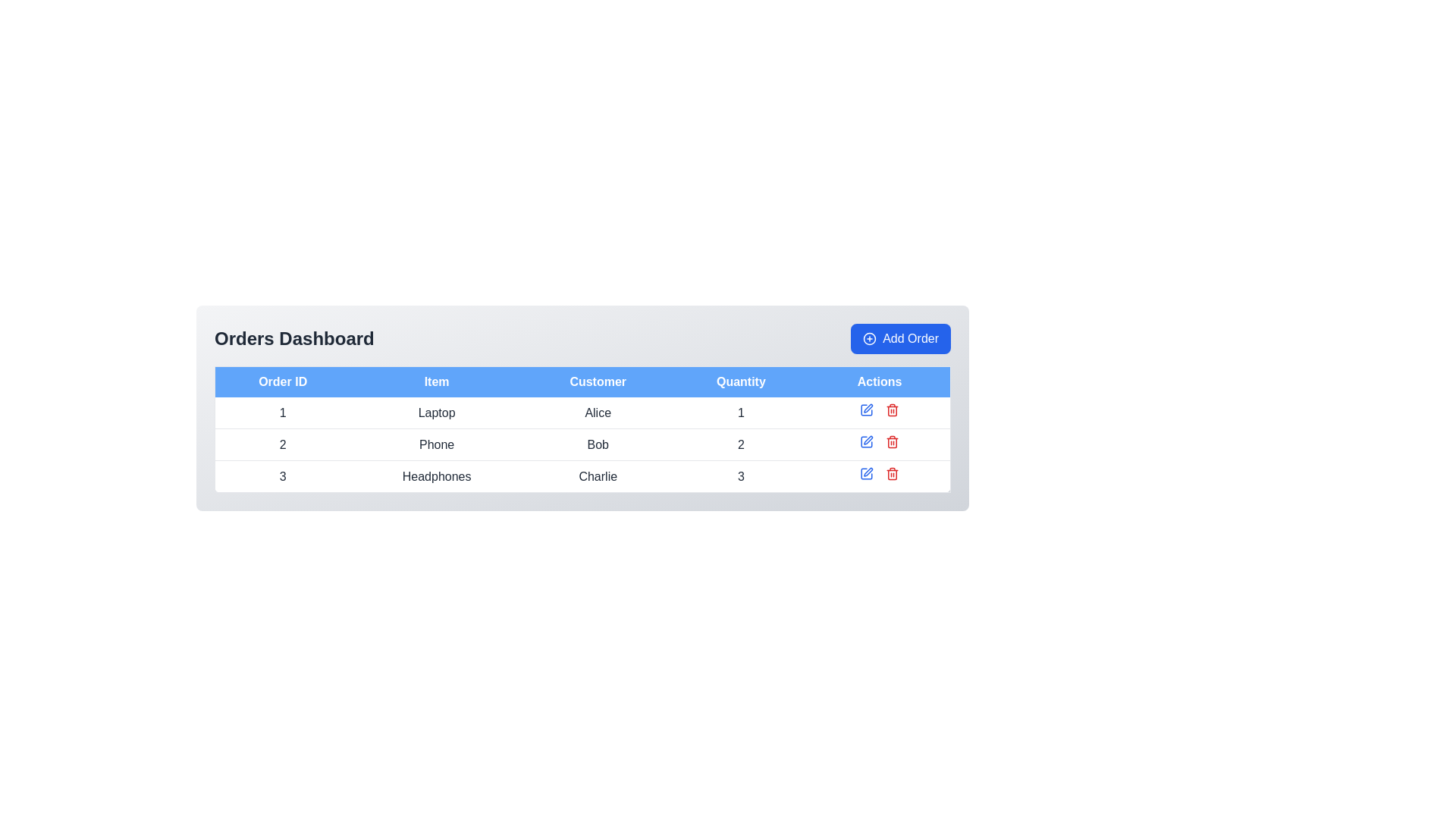 This screenshot has width=1456, height=819. What do you see at coordinates (597, 381) in the screenshot?
I see `the 'Customer' column header in the table, which is the third header between 'Item' and 'Quantity'` at bounding box center [597, 381].